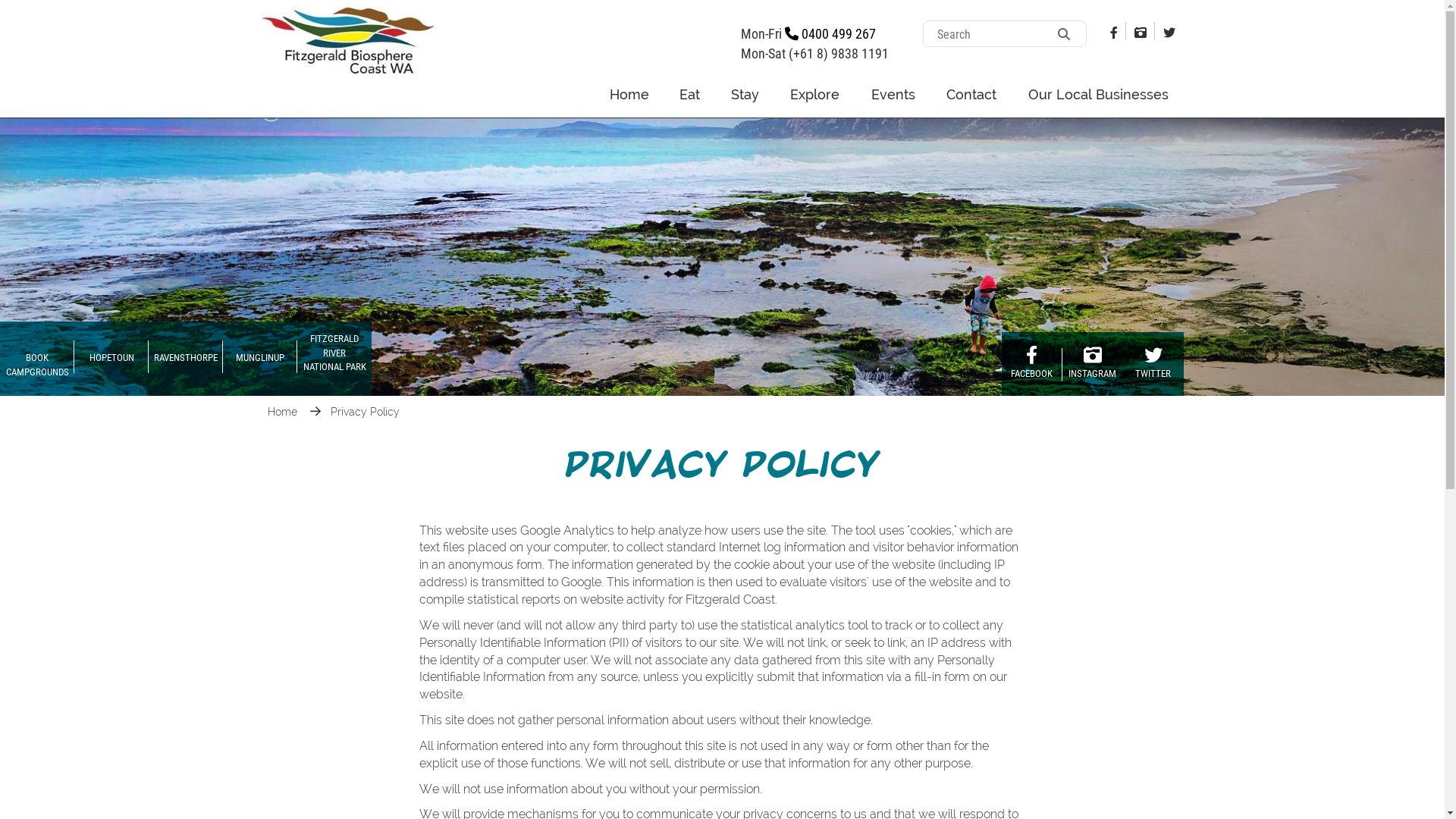  I want to click on 'BOOK CAMPGROUNDS', so click(36, 359).